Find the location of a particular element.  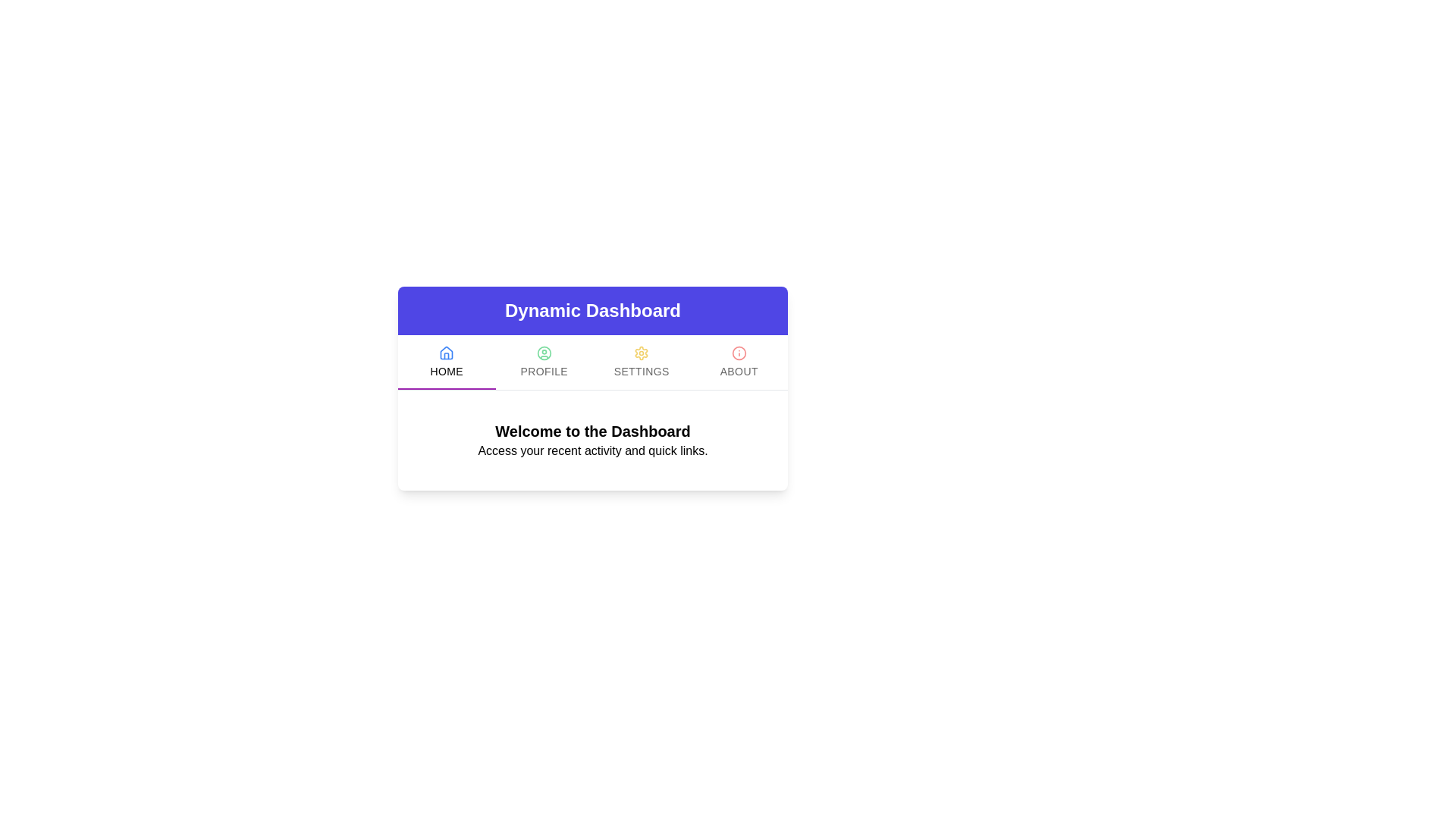

the informational text label located directly below 'Welcome to the Dashboard', which provides context about accessing activity and quick links is located at coordinates (592, 450).